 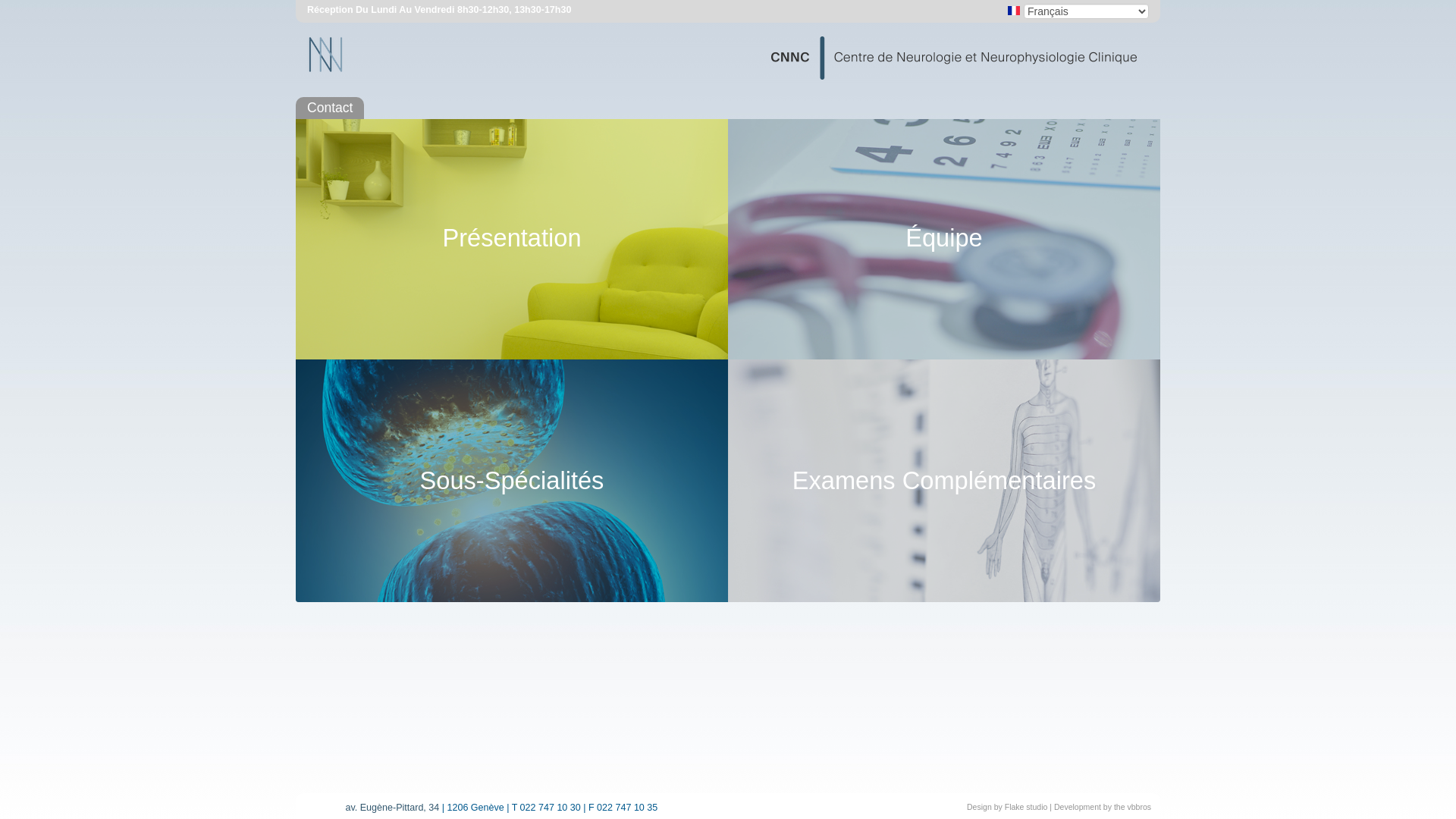 What do you see at coordinates (1026, 806) in the screenshot?
I see `'Flake studio'` at bounding box center [1026, 806].